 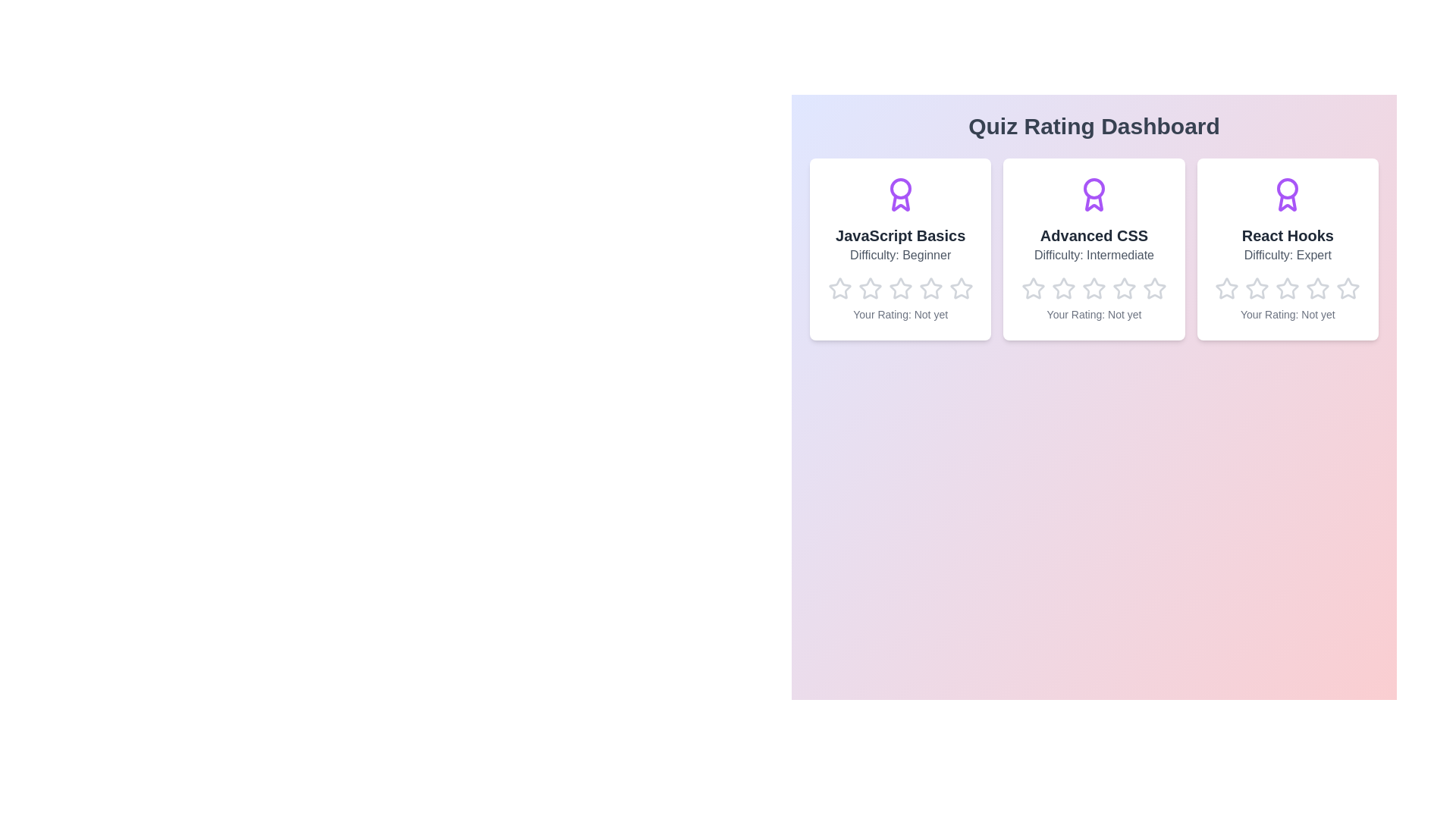 What do you see at coordinates (888, 277) in the screenshot?
I see `the star corresponding to the rating 3 for the quiz JavaScript Basics` at bounding box center [888, 277].